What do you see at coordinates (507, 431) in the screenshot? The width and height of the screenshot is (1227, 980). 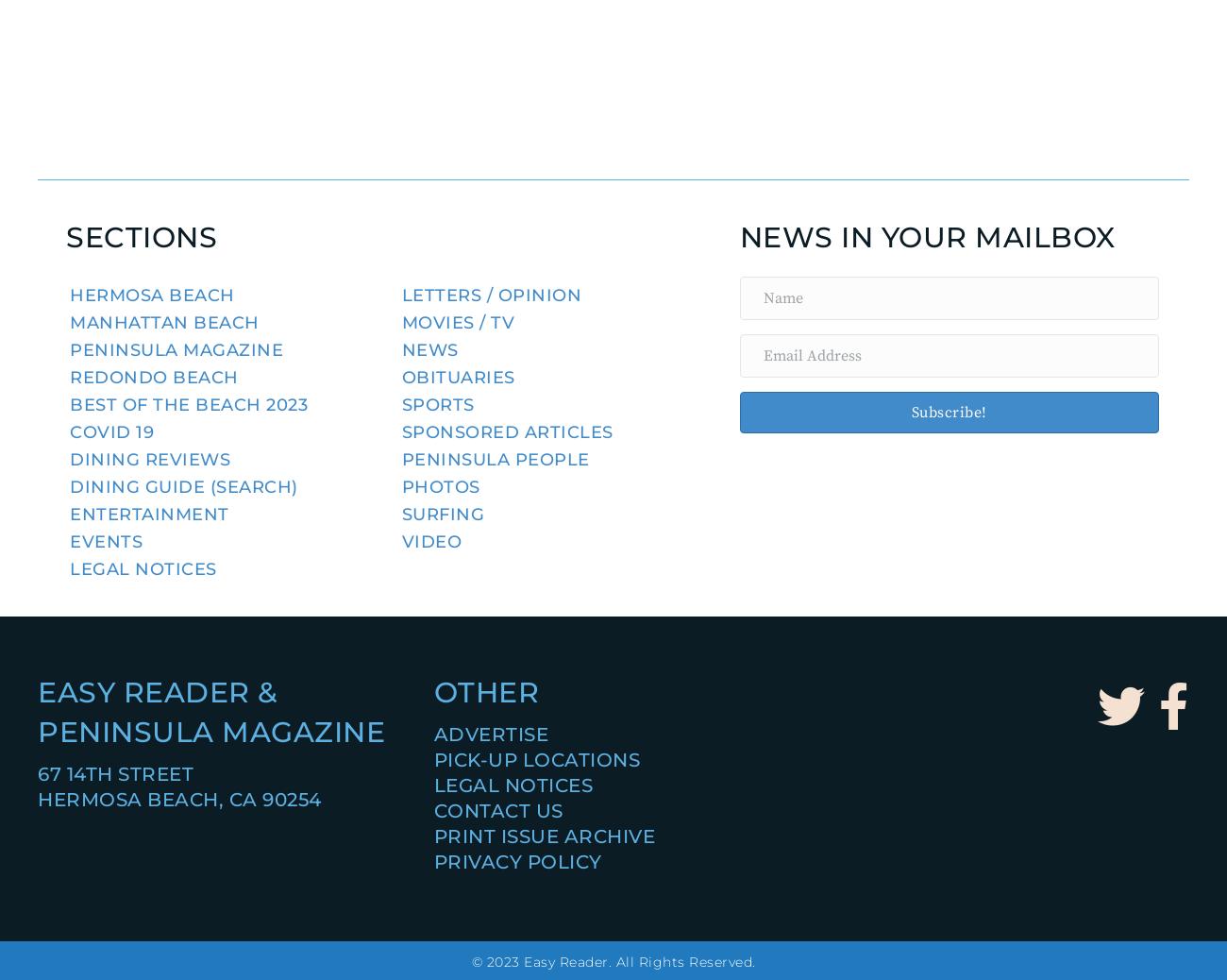 I see `'Sponsored Articles'` at bounding box center [507, 431].